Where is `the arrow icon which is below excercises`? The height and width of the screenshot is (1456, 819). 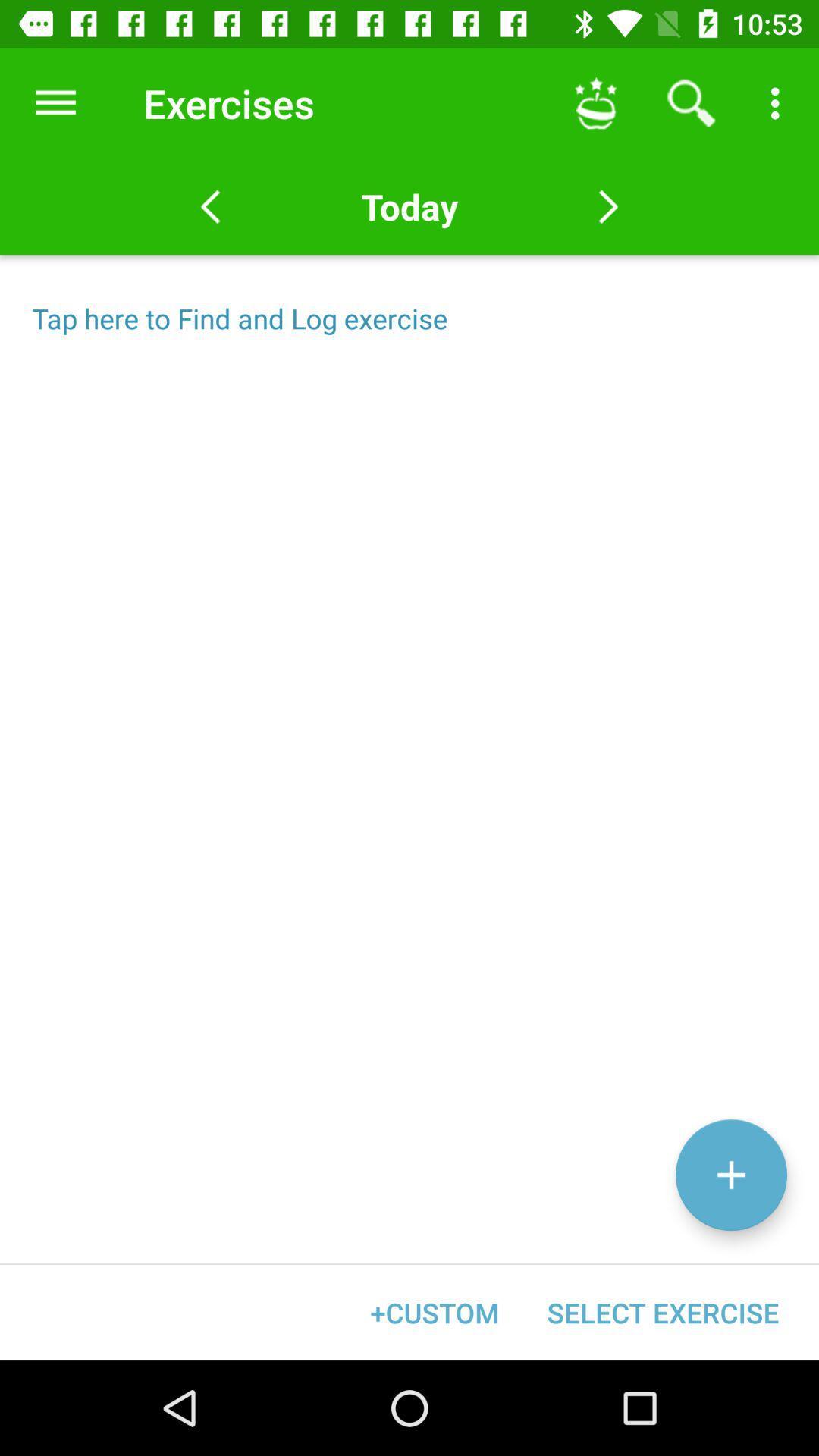 the arrow icon which is below excercises is located at coordinates (210, 206).